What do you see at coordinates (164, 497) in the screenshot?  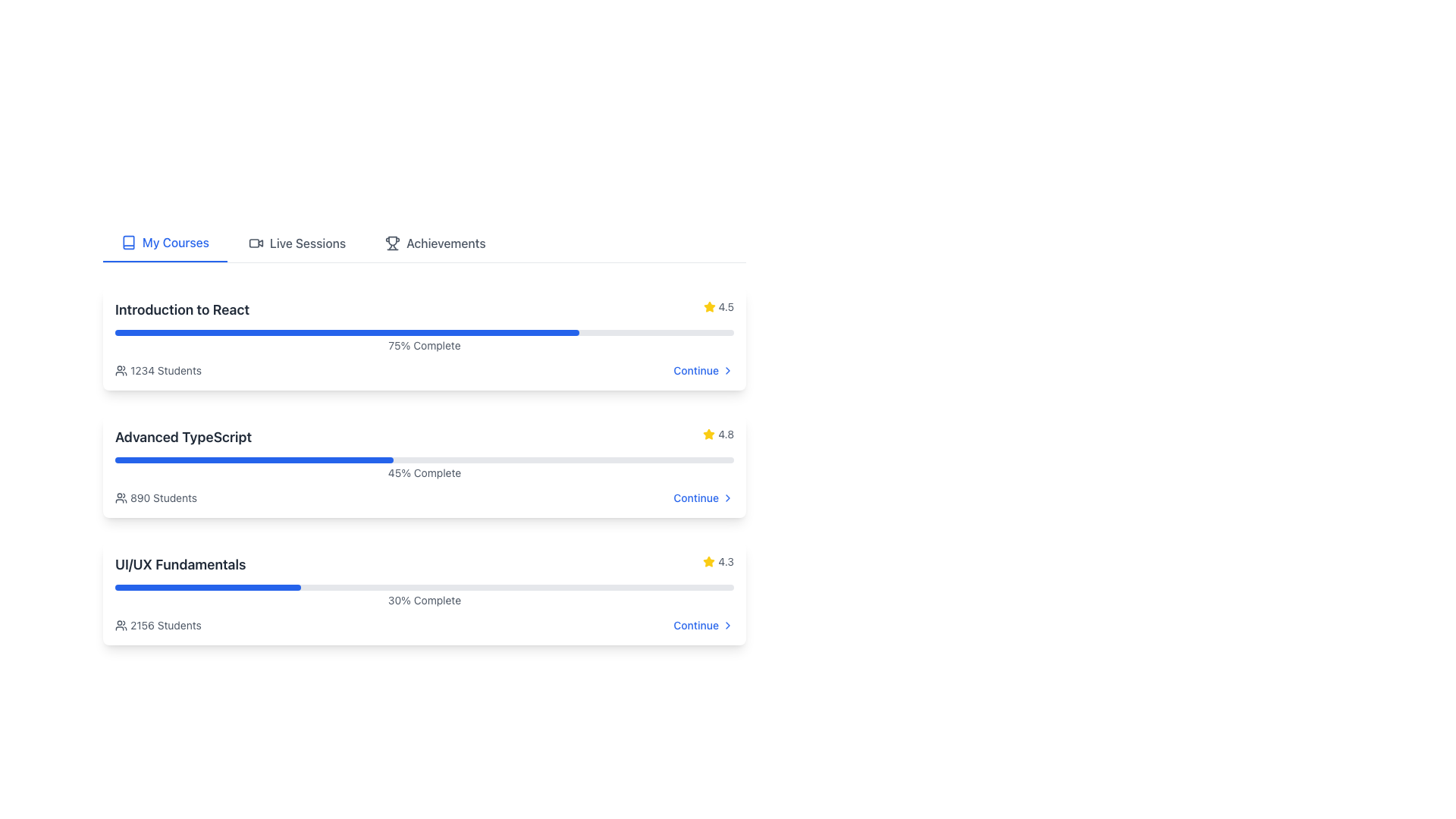 I see `the Text Label that displays the number of students enrolled in the 'Advanced TypeScript' course, located near the left corner beneath the progress bar` at bounding box center [164, 497].